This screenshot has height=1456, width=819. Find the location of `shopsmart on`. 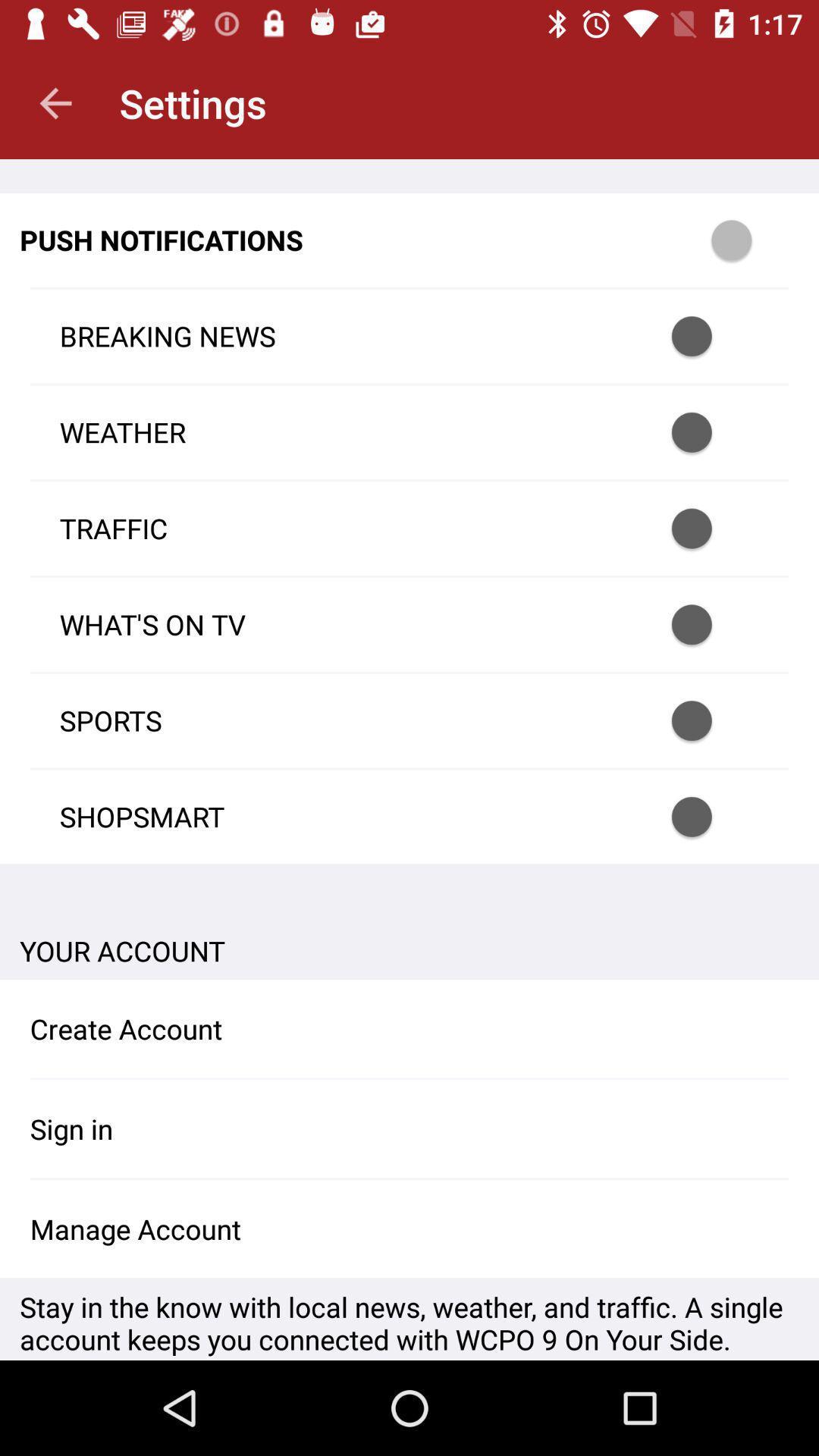

shopsmart on is located at coordinates (711, 816).